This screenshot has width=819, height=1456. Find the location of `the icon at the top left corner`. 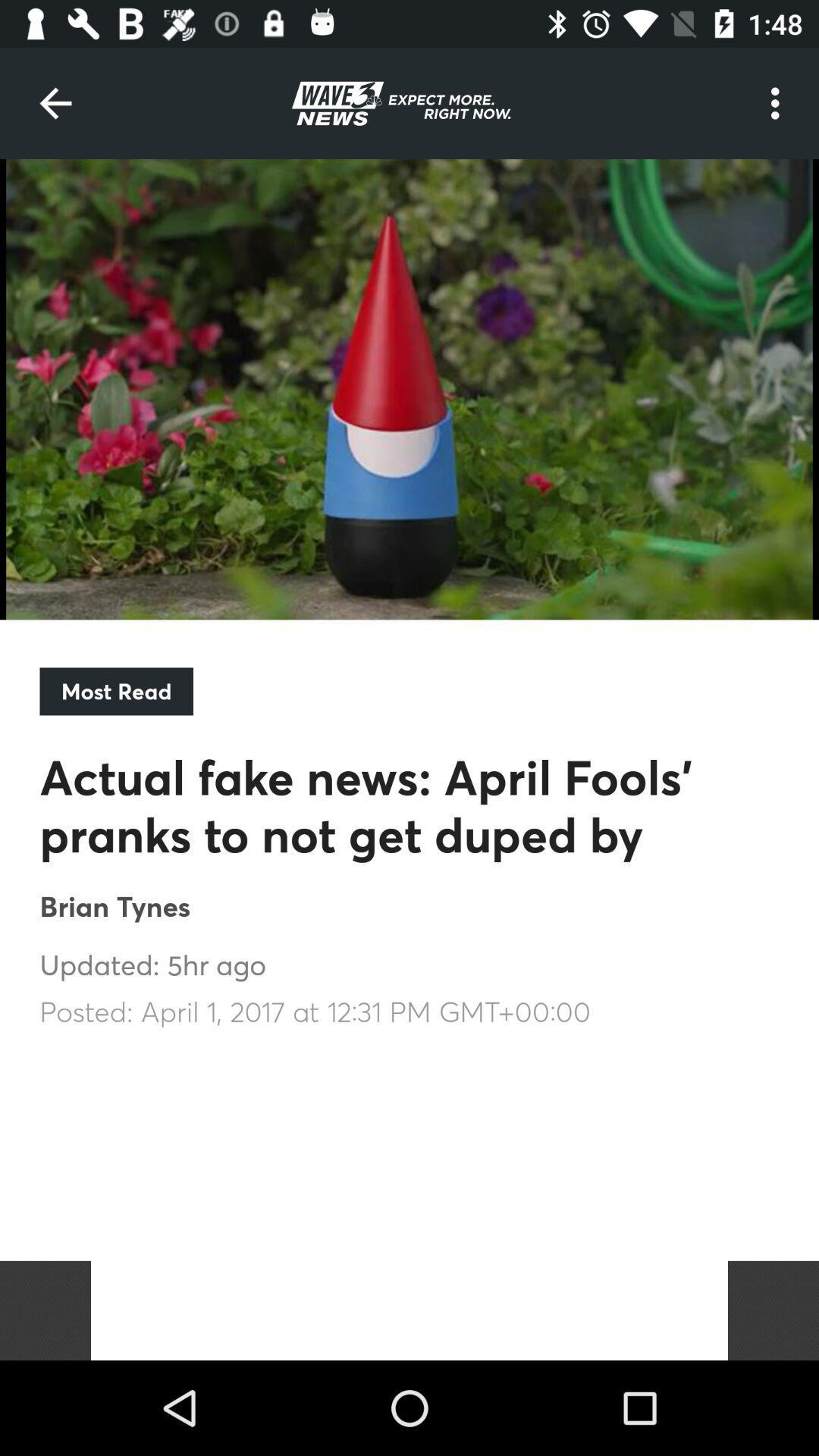

the icon at the top left corner is located at coordinates (55, 102).